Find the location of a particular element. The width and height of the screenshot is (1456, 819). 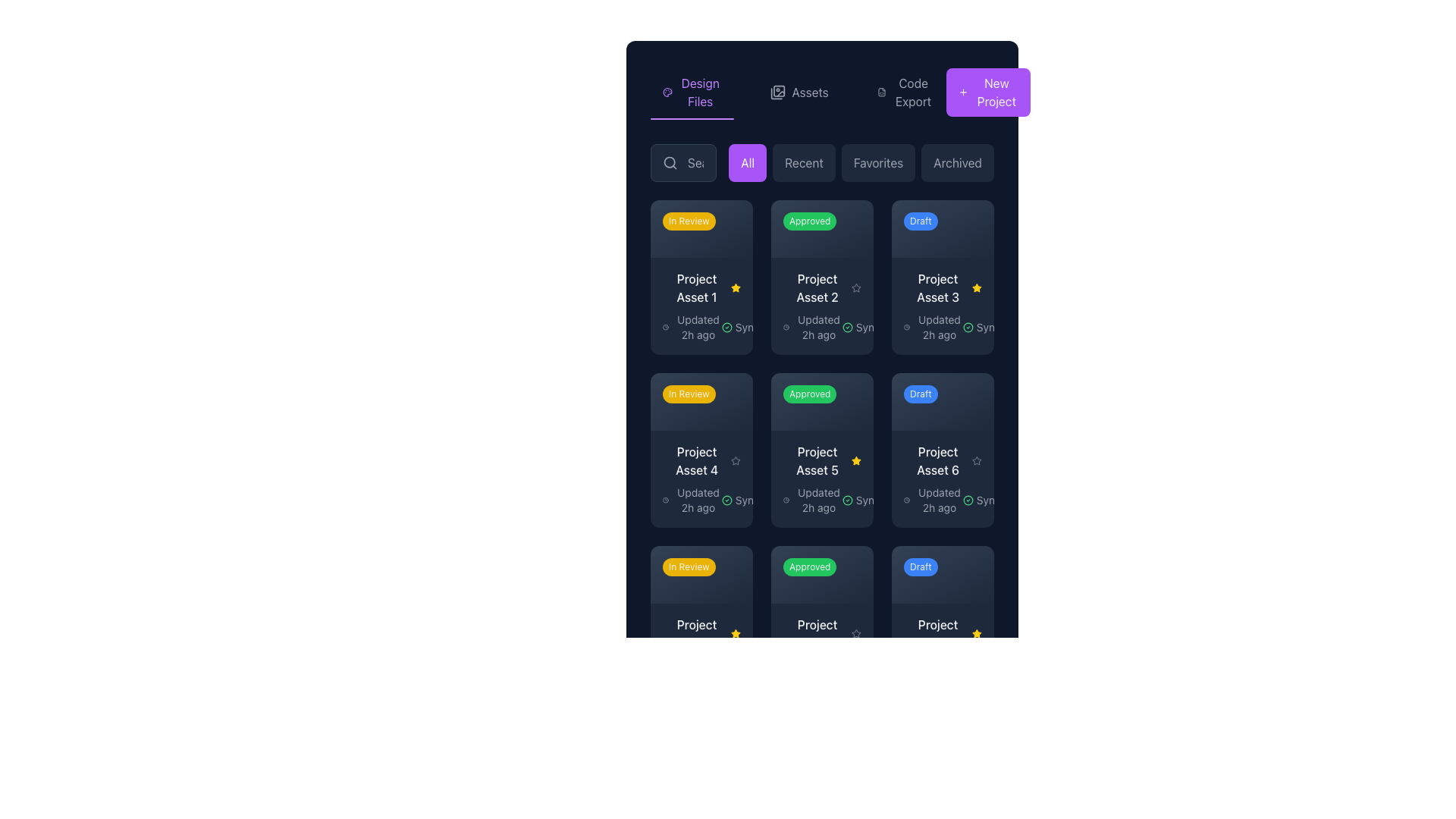

text 'Project Asset 6' which is the heading of the last card in the third column of the project asset grid is located at coordinates (937, 460).